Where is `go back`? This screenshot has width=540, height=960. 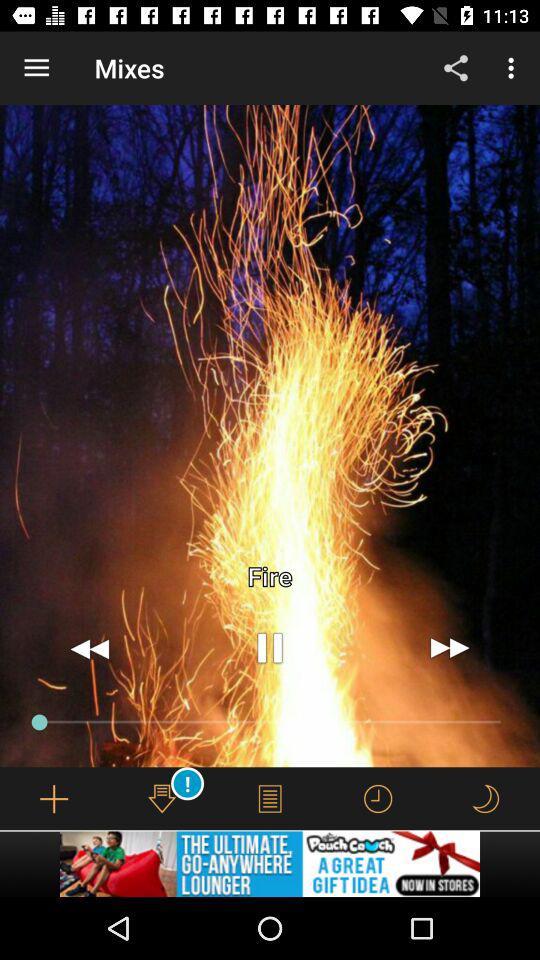 go back is located at coordinates (89, 647).